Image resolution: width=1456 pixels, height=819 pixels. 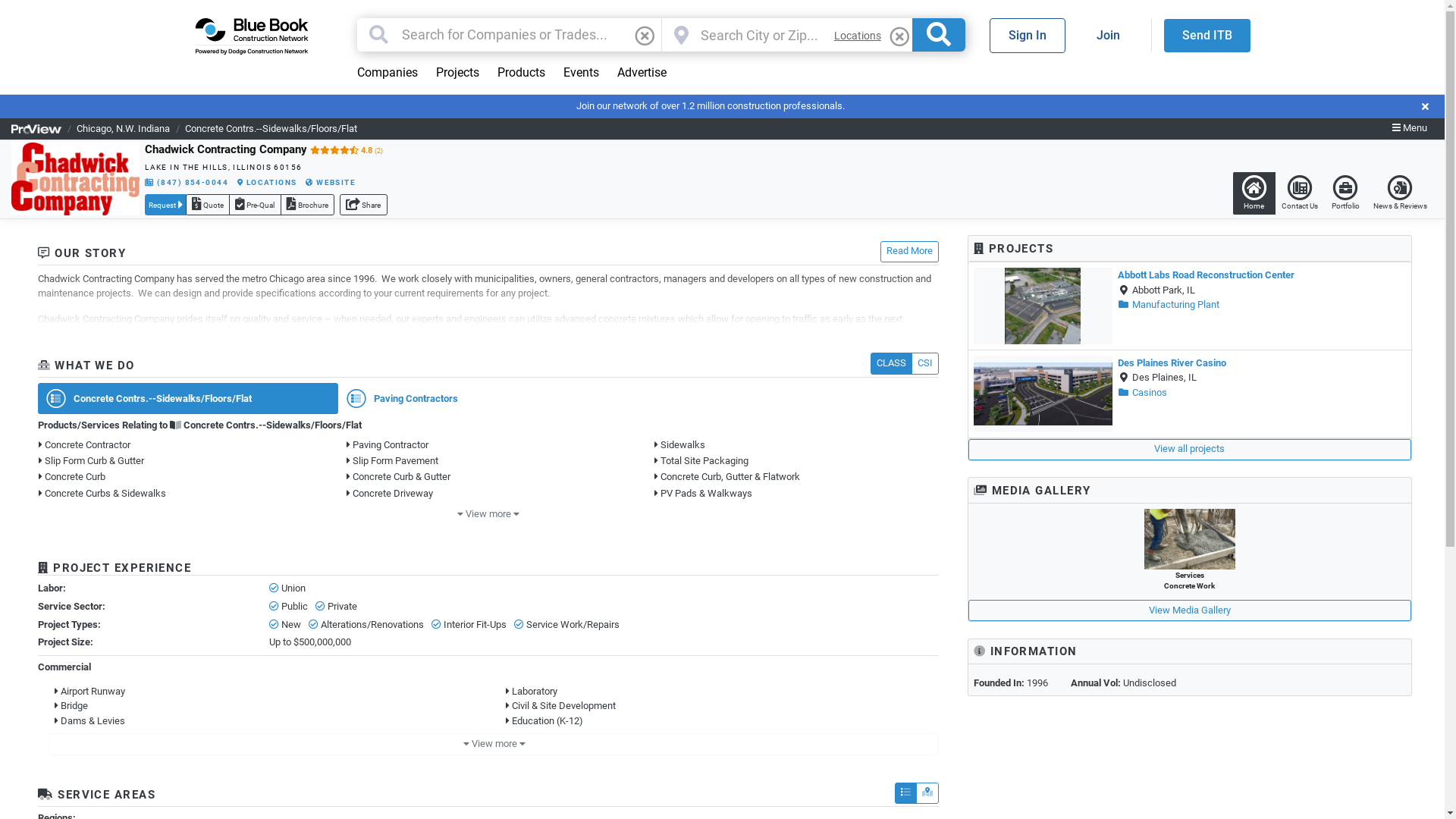 What do you see at coordinates (891, 362) in the screenshot?
I see `'CLASS'` at bounding box center [891, 362].